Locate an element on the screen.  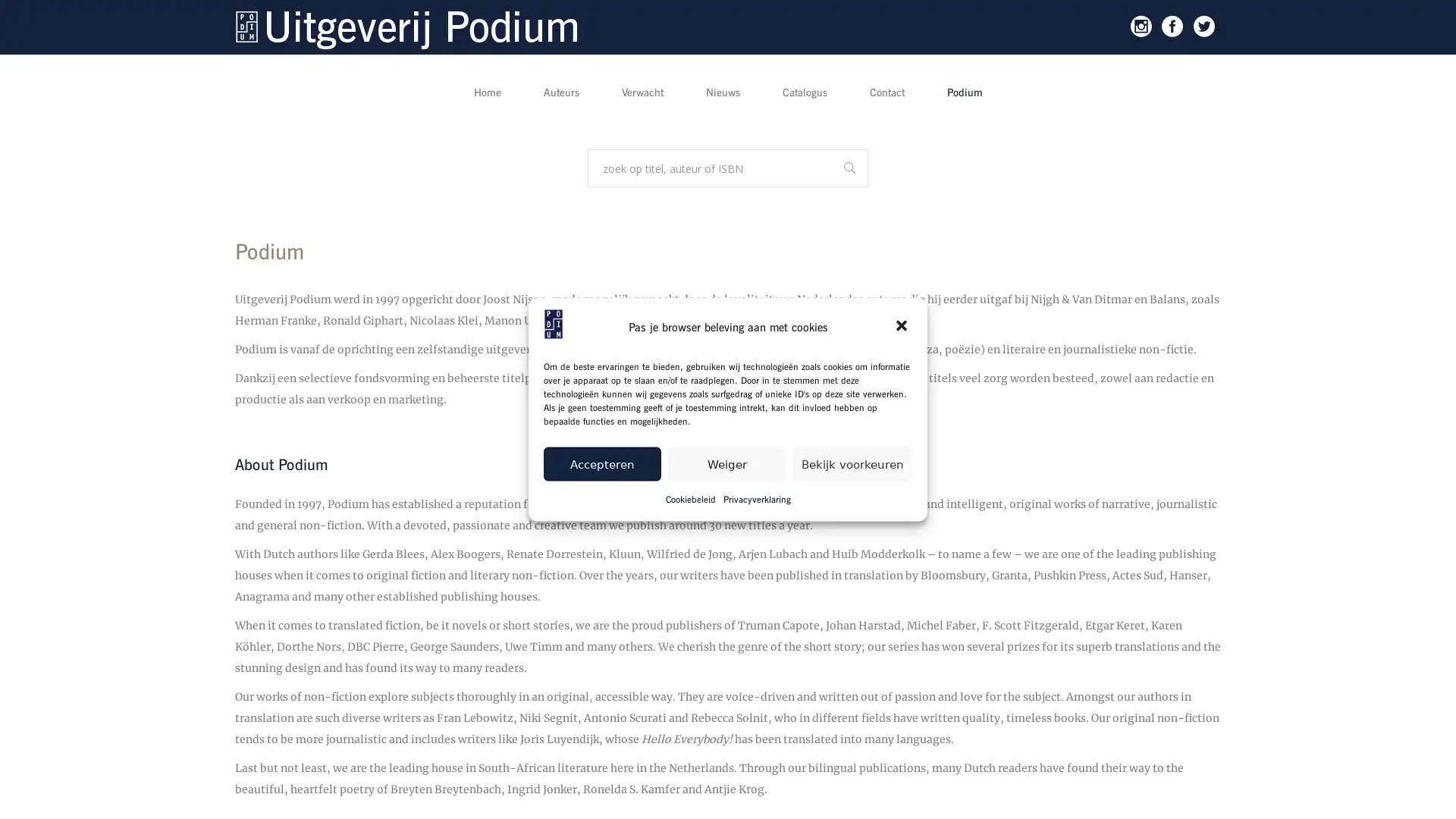
Weiger is located at coordinates (726, 463).